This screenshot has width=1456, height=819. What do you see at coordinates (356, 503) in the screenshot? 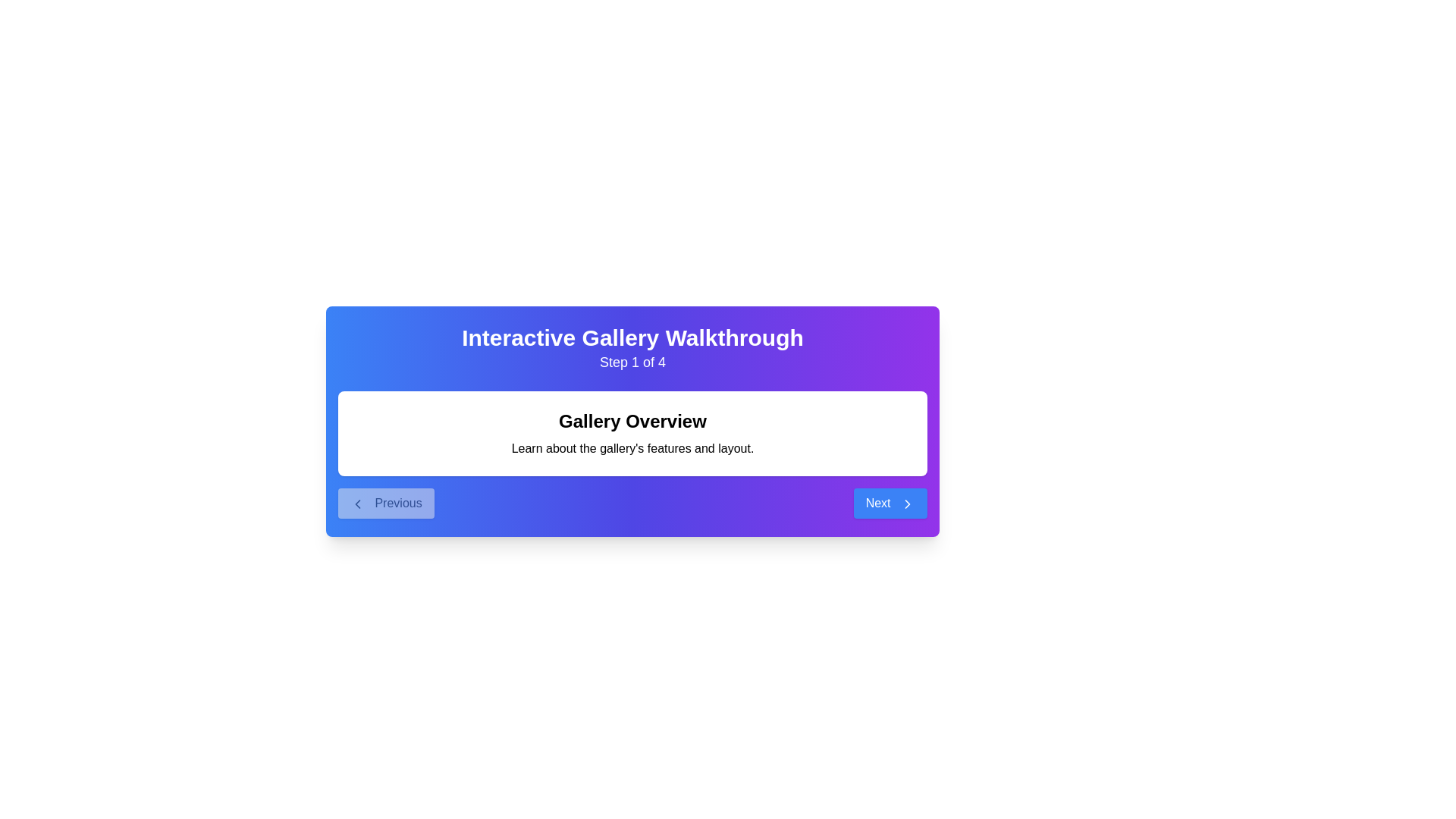
I see `the small triangular chevron pointing left, which is the central visual component of the 'Previous' button located at the bottom-left of the card interface` at bounding box center [356, 503].